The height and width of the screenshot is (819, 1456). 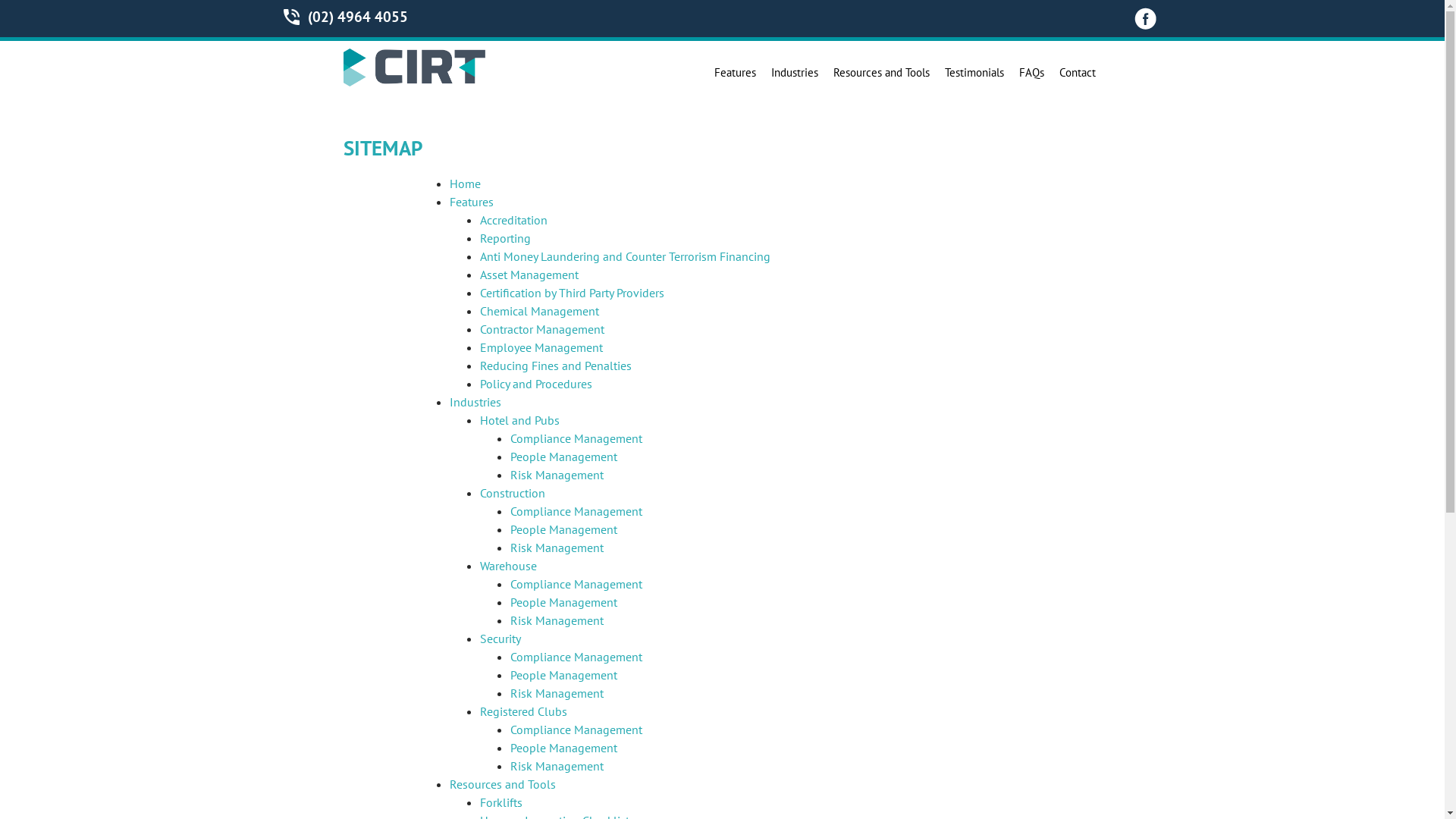 I want to click on 'Risk Management', so click(x=555, y=473).